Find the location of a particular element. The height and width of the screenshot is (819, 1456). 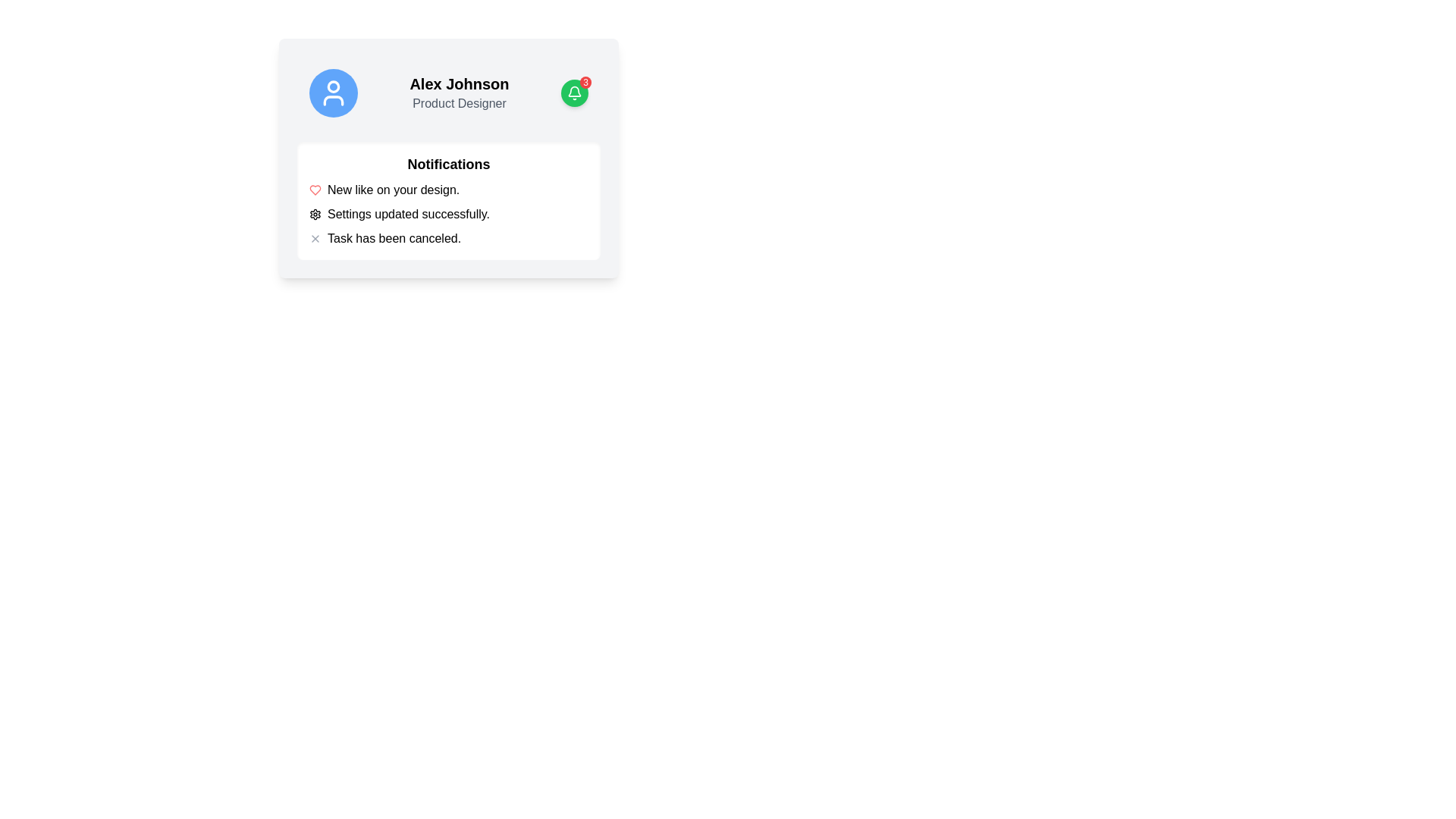

the circular graphical component located within the user icon, which represents the head portion of the icon is located at coordinates (333, 86).